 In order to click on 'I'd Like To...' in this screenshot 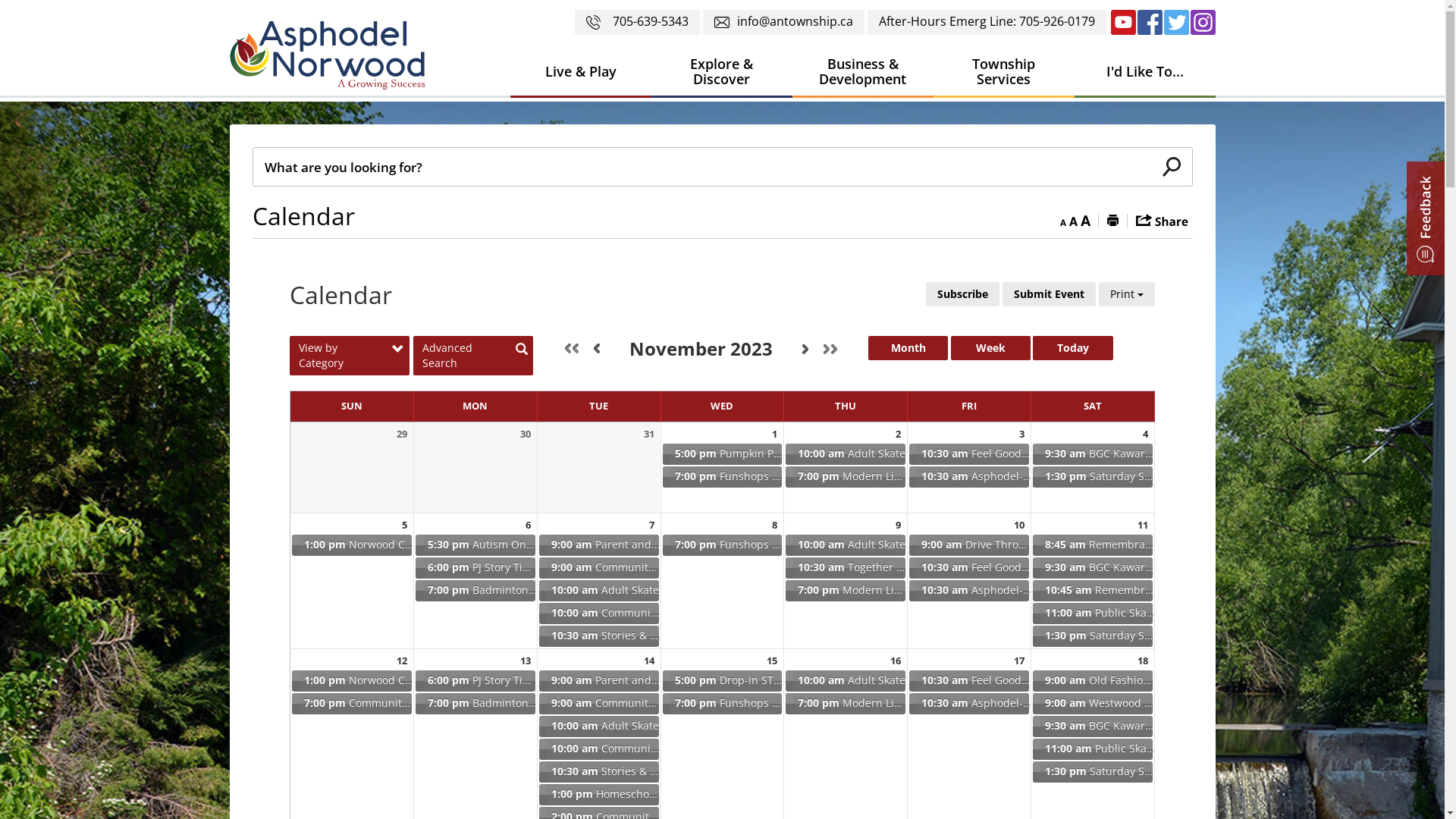, I will do `click(1073, 72)`.